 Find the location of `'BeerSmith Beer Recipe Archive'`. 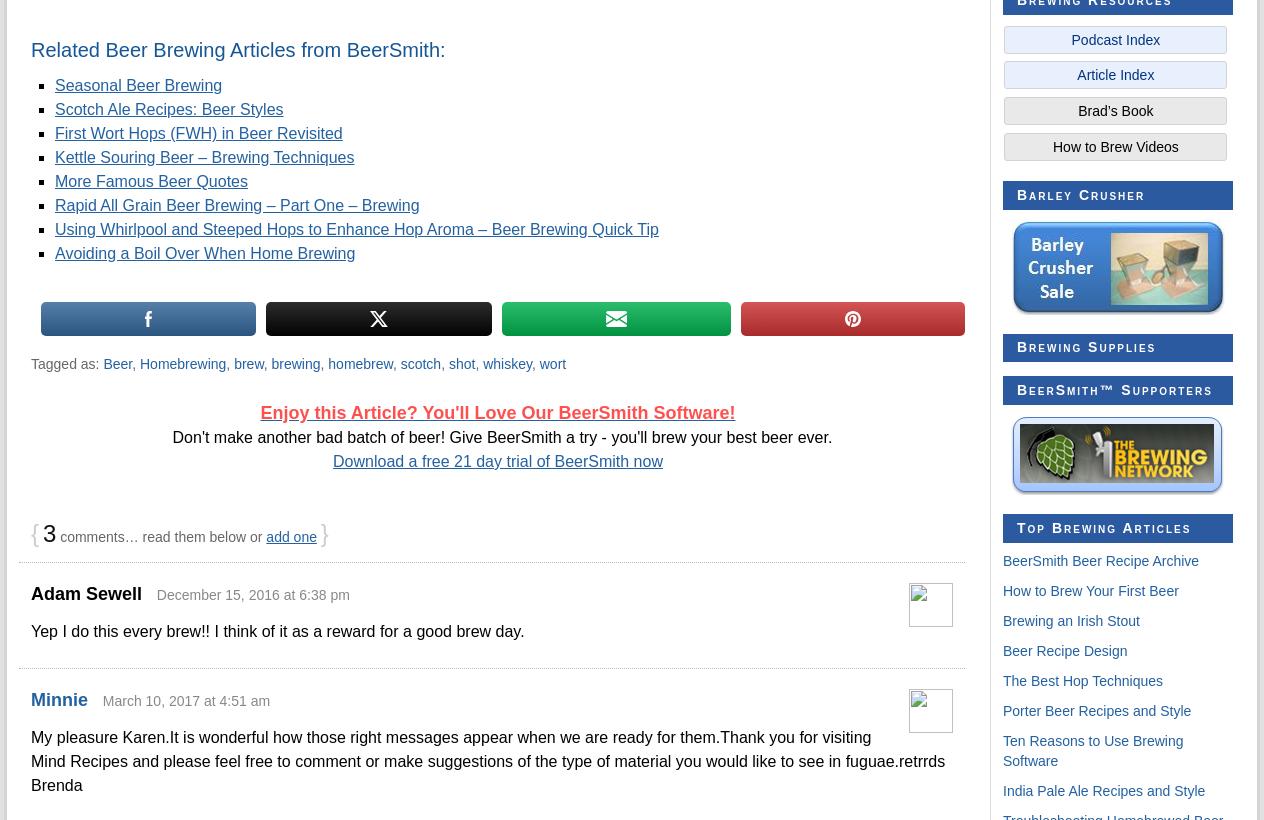

'BeerSmith Beer Recipe Archive' is located at coordinates (1099, 559).